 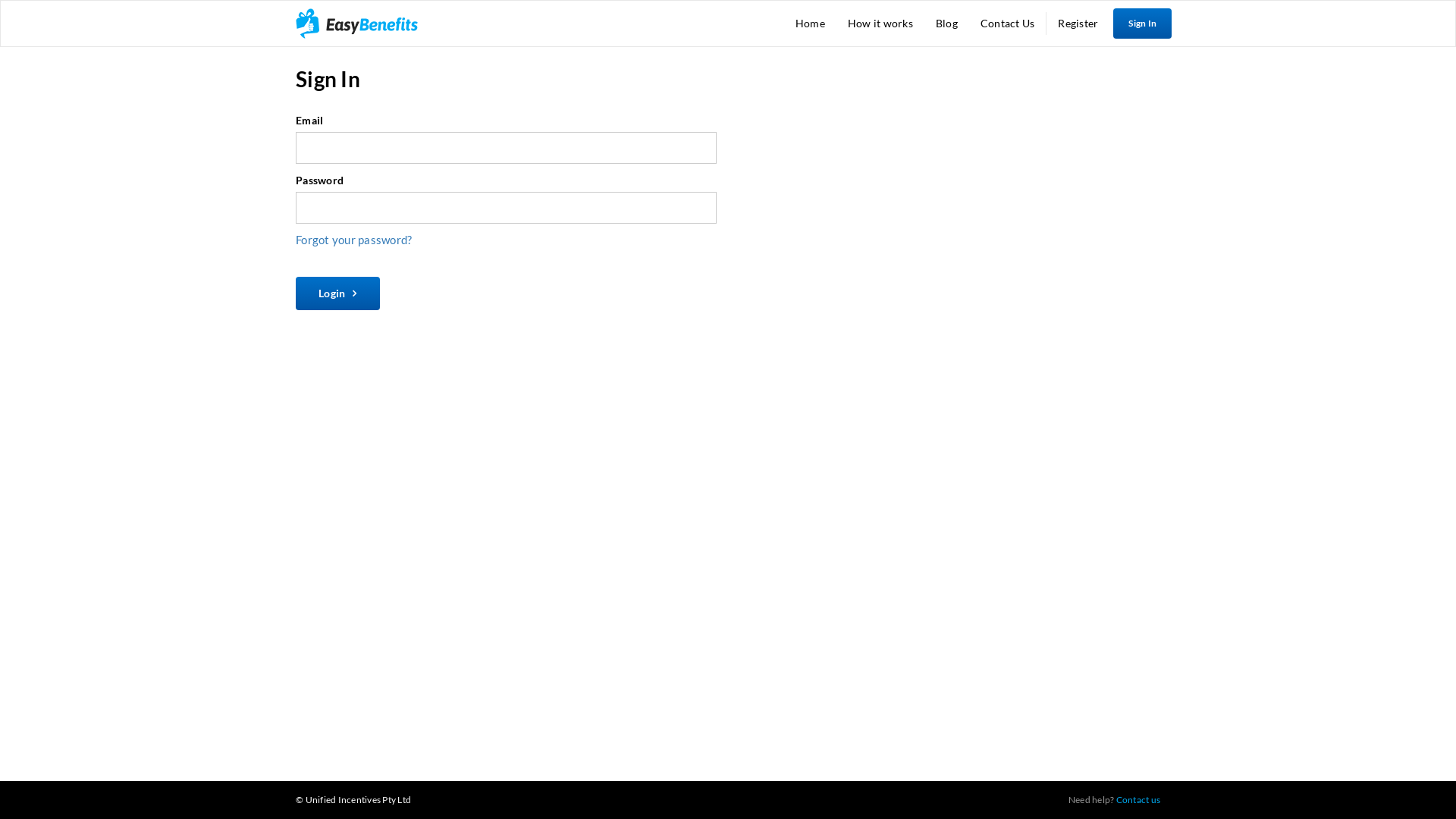 What do you see at coordinates (946, 23) in the screenshot?
I see `'Blog'` at bounding box center [946, 23].